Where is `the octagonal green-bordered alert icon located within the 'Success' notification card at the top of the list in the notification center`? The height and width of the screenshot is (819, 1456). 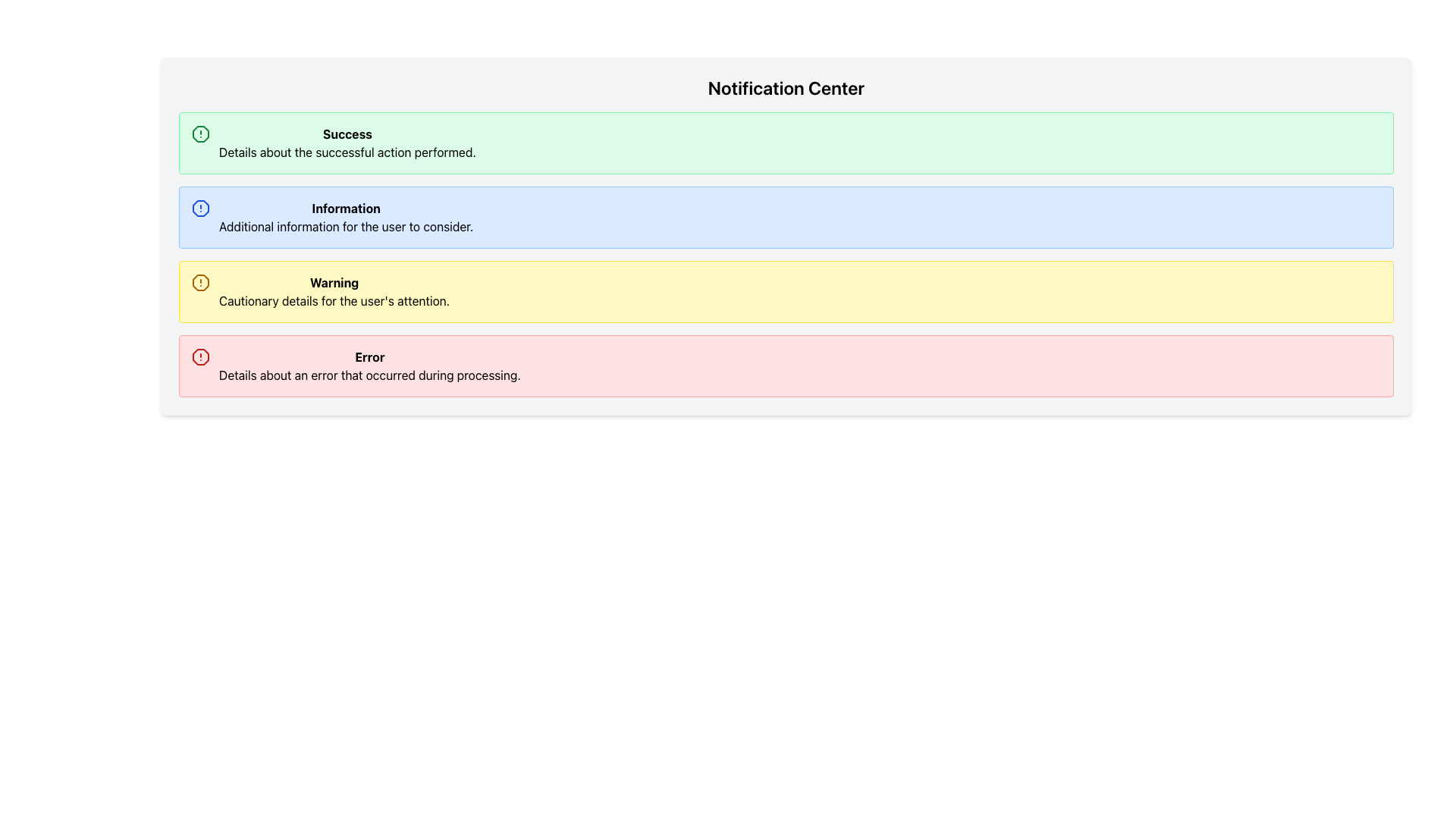
the octagonal green-bordered alert icon located within the 'Success' notification card at the top of the list in the notification center is located at coordinates (199, 133).